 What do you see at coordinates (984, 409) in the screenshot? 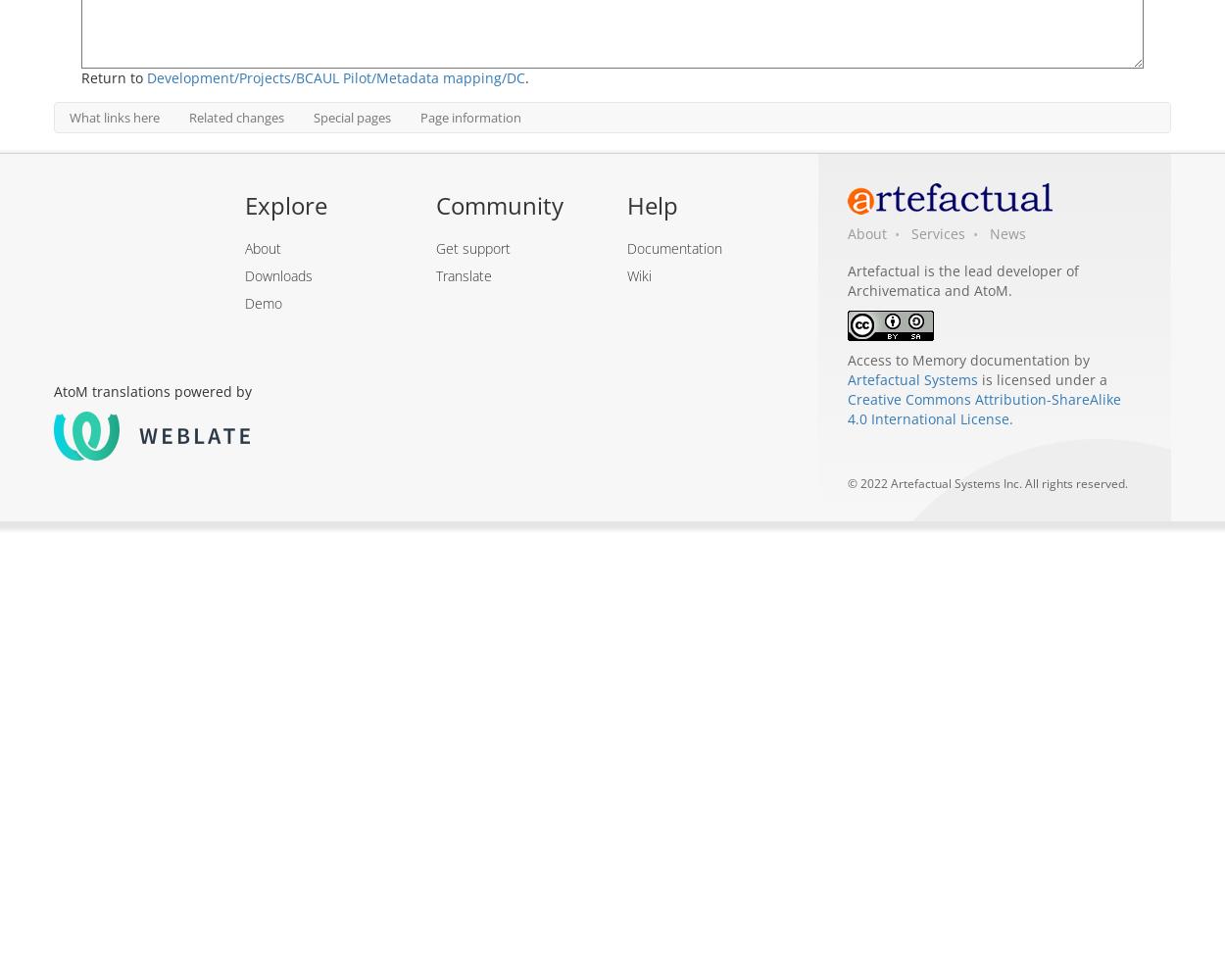
I see `'Creative Commons Attribution-ShareAlike 4.0 International License'` at bounding box center [984, 409].